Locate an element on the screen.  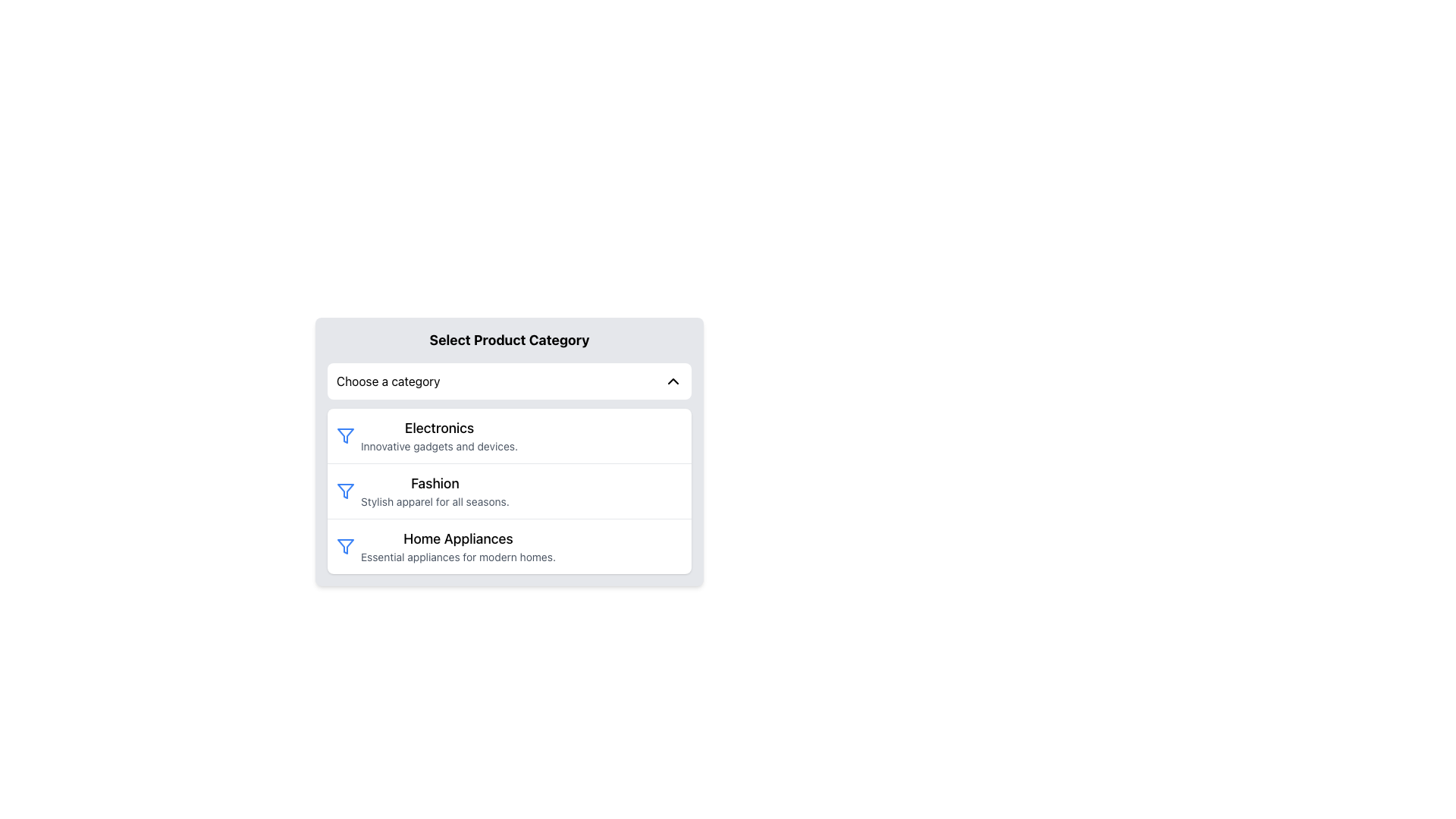
the selectable list item labeled 'Electronics', which contains a bold first line and a smaller gray second line is located at coordinates (438, 435).